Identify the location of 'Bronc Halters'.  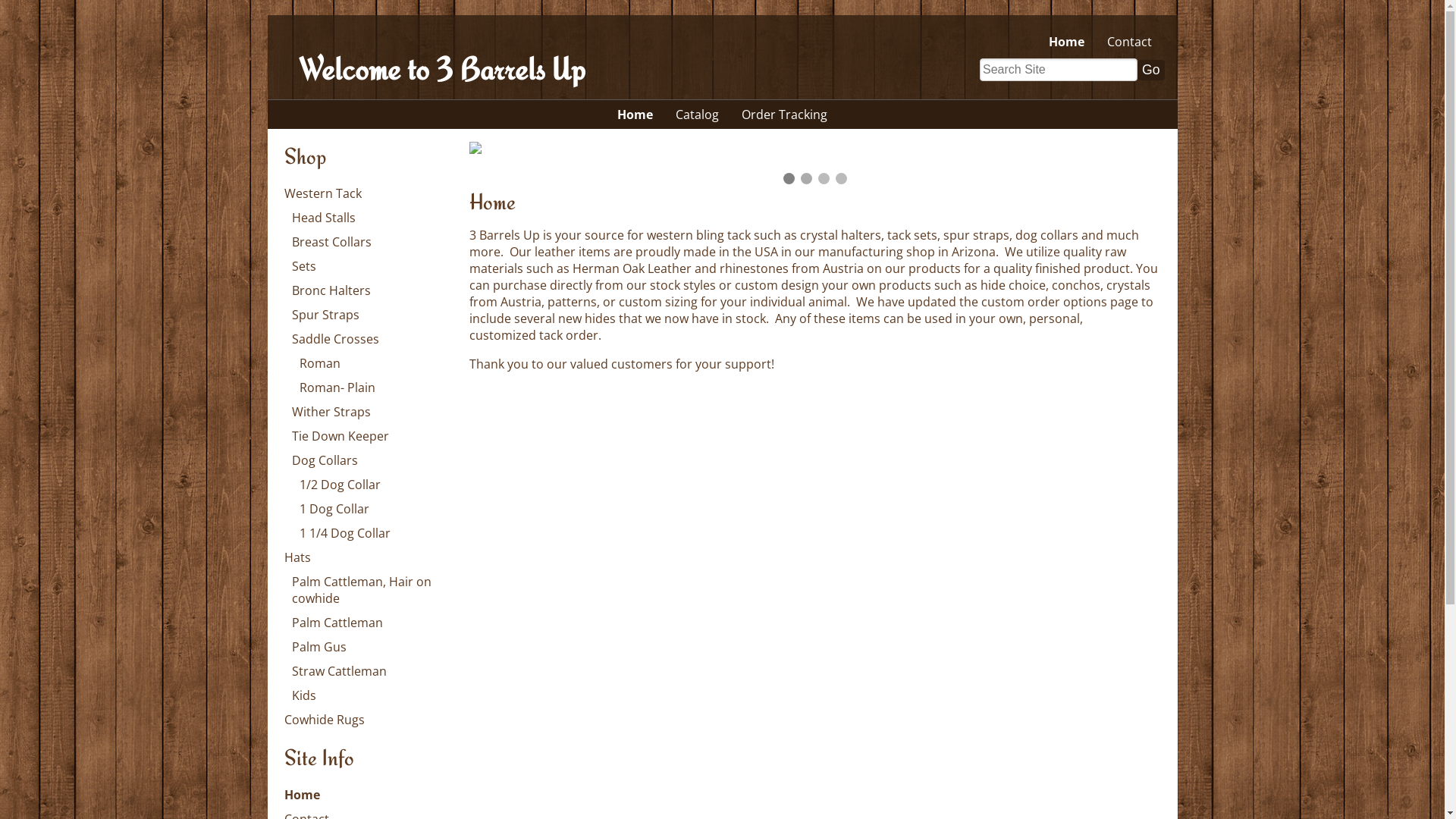
(330, 290).